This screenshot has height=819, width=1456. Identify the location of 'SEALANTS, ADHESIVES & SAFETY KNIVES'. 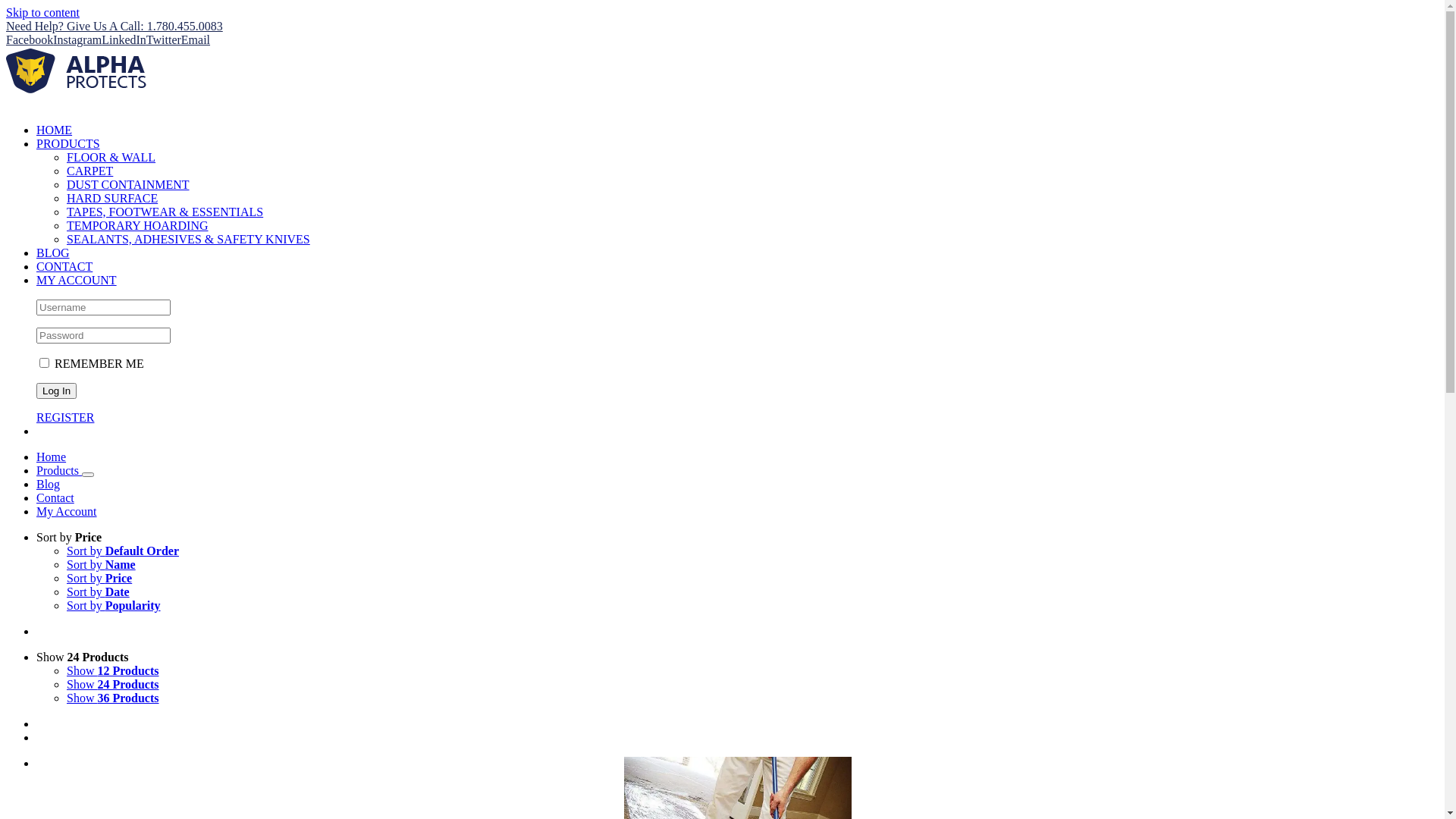
(187, 239).